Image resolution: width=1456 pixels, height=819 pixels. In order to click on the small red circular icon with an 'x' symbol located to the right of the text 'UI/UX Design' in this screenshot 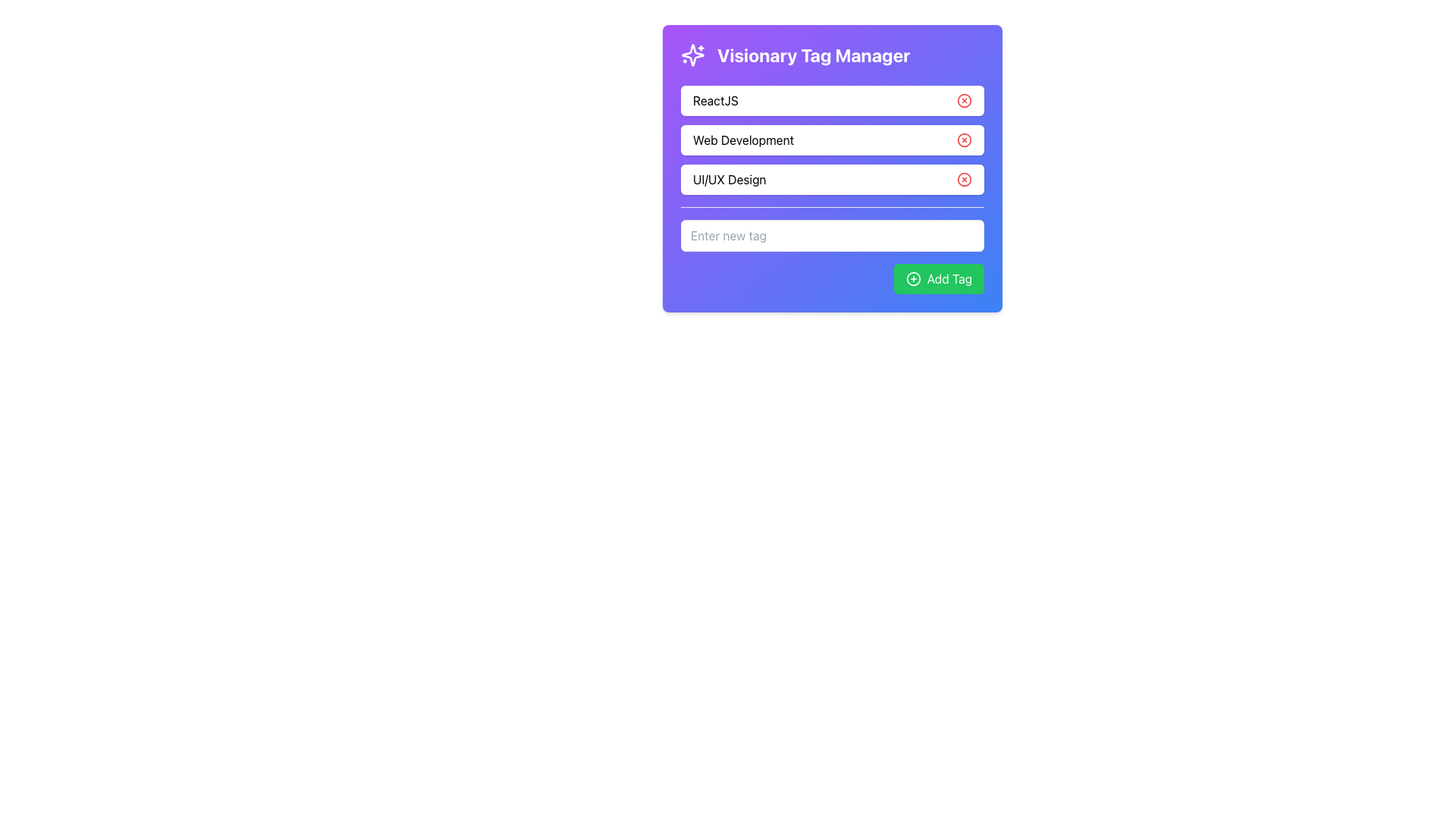, I will do `click(964, 178)`.